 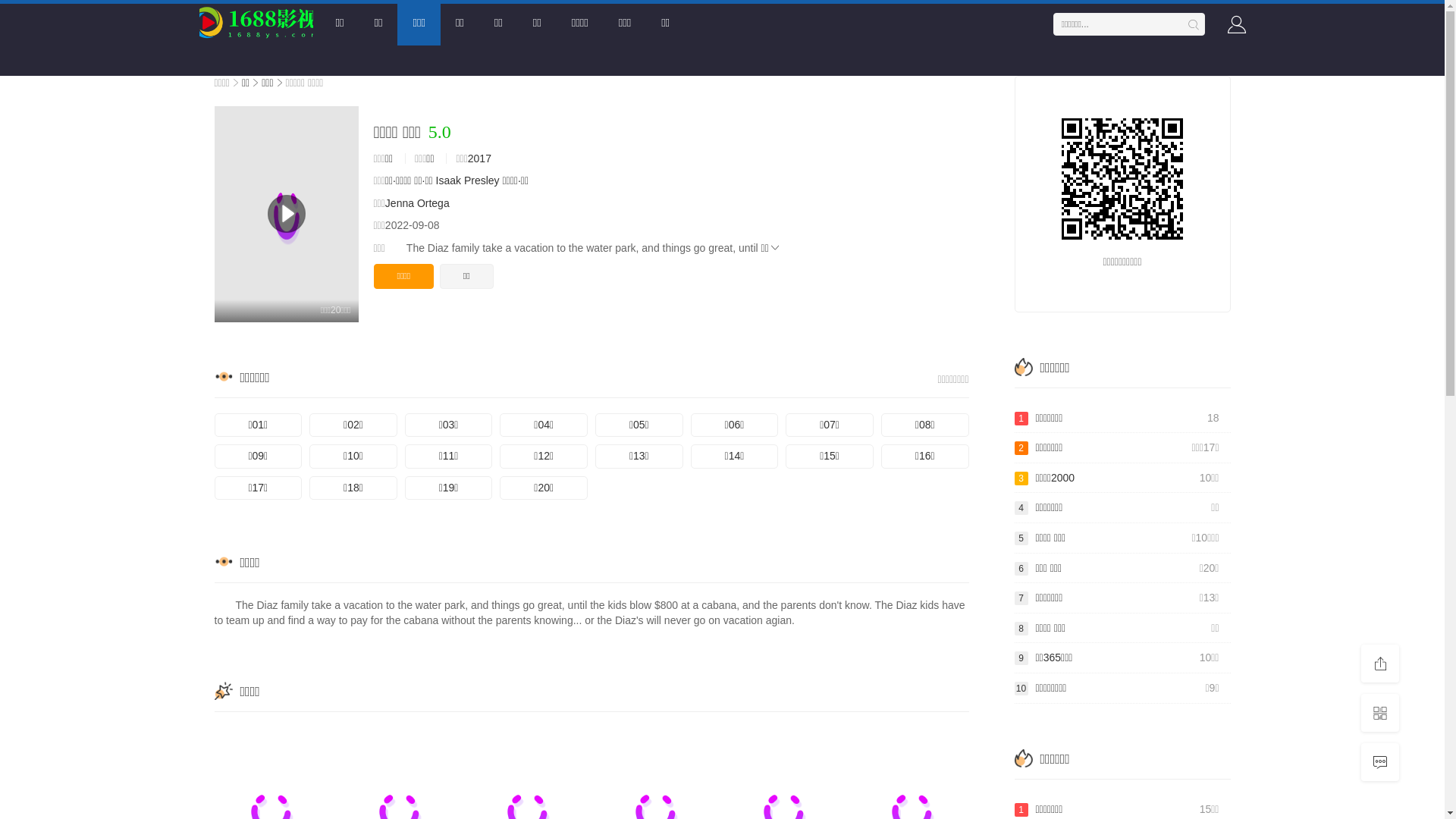 I want to click on 'Presley', so click(x=481, y=180).